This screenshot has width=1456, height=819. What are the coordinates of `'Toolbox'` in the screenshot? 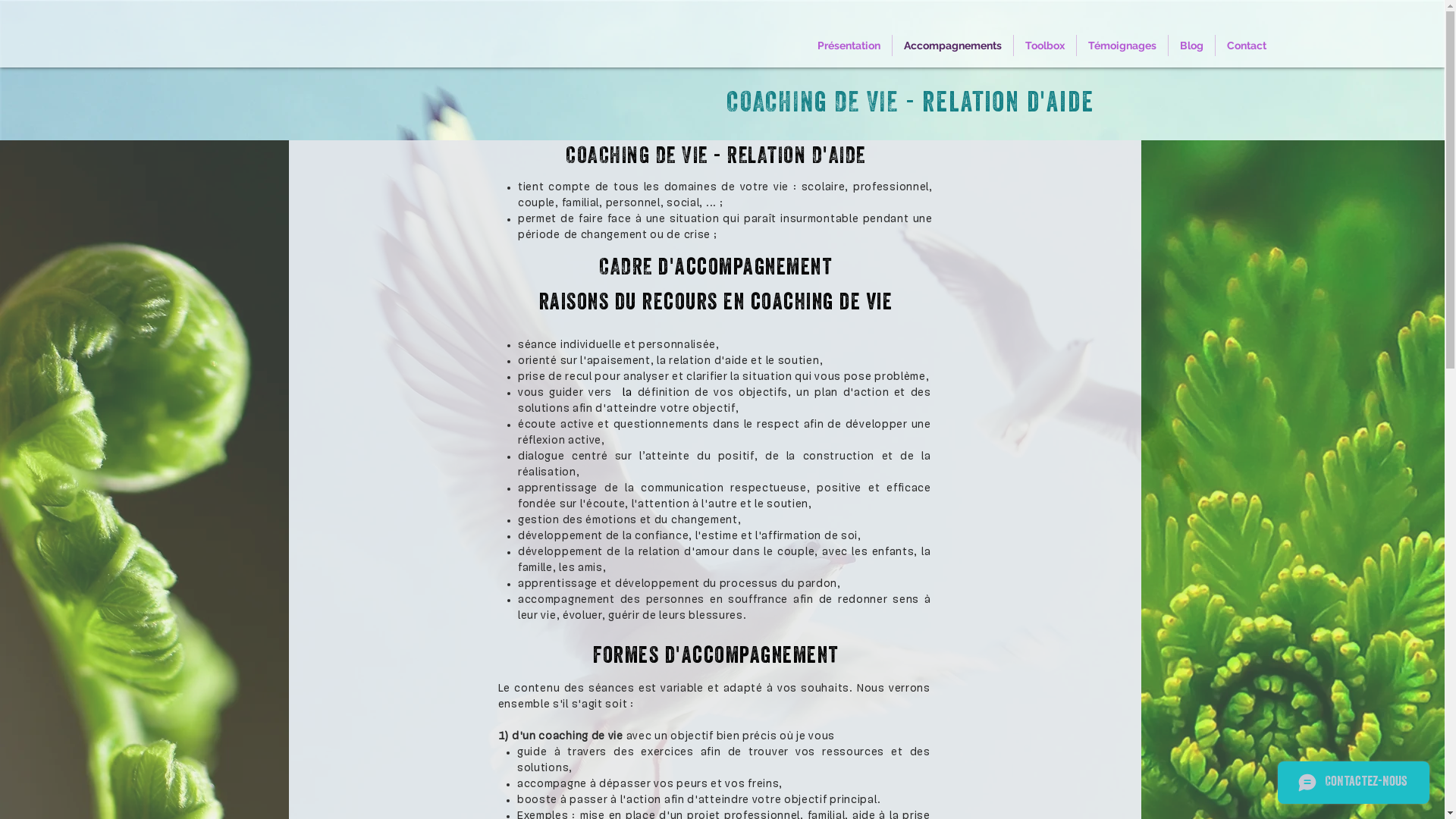 It's located at (1043, 45).